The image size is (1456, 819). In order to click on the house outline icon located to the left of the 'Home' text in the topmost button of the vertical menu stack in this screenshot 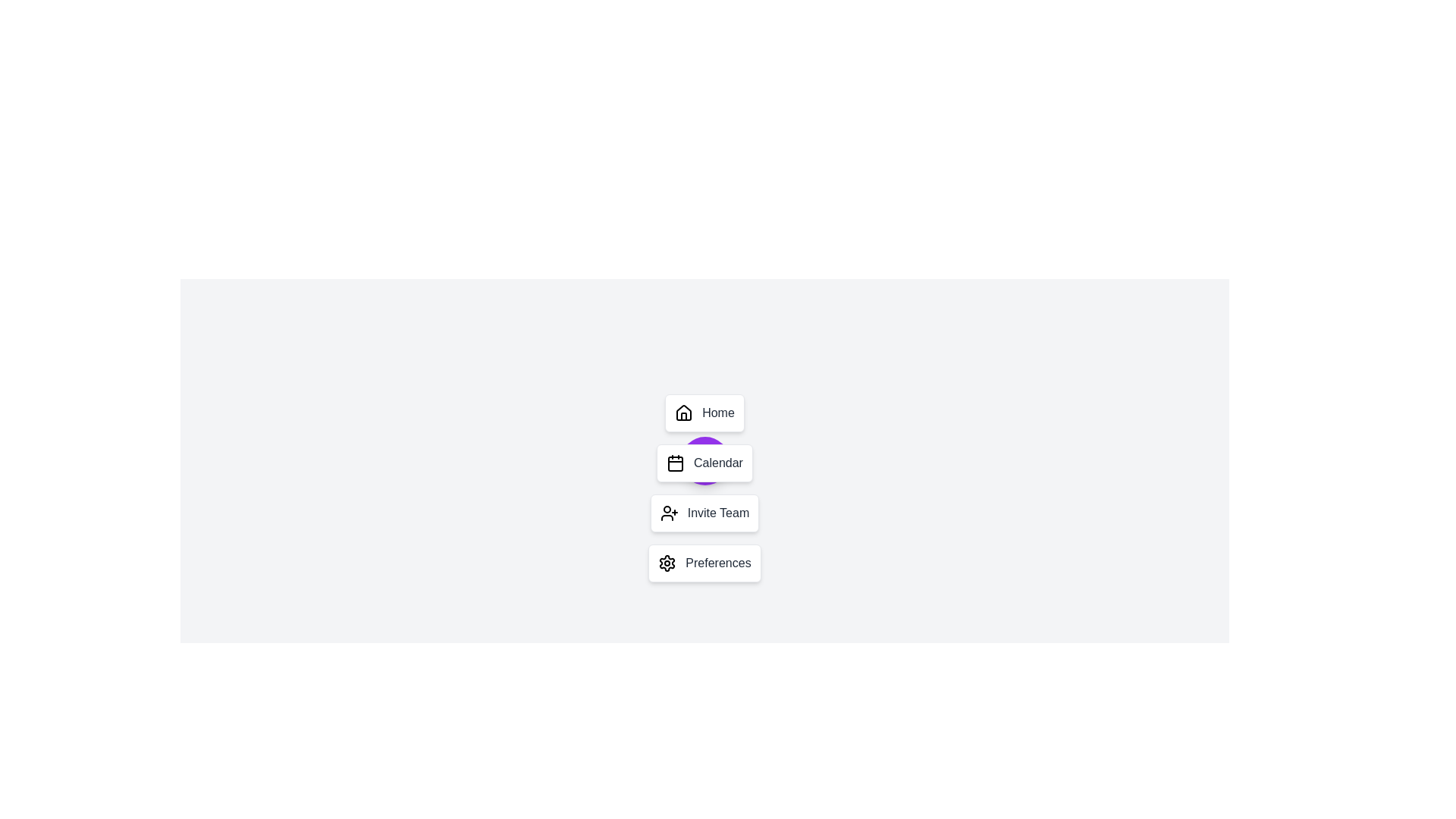, I will do `click(683, 413)`.